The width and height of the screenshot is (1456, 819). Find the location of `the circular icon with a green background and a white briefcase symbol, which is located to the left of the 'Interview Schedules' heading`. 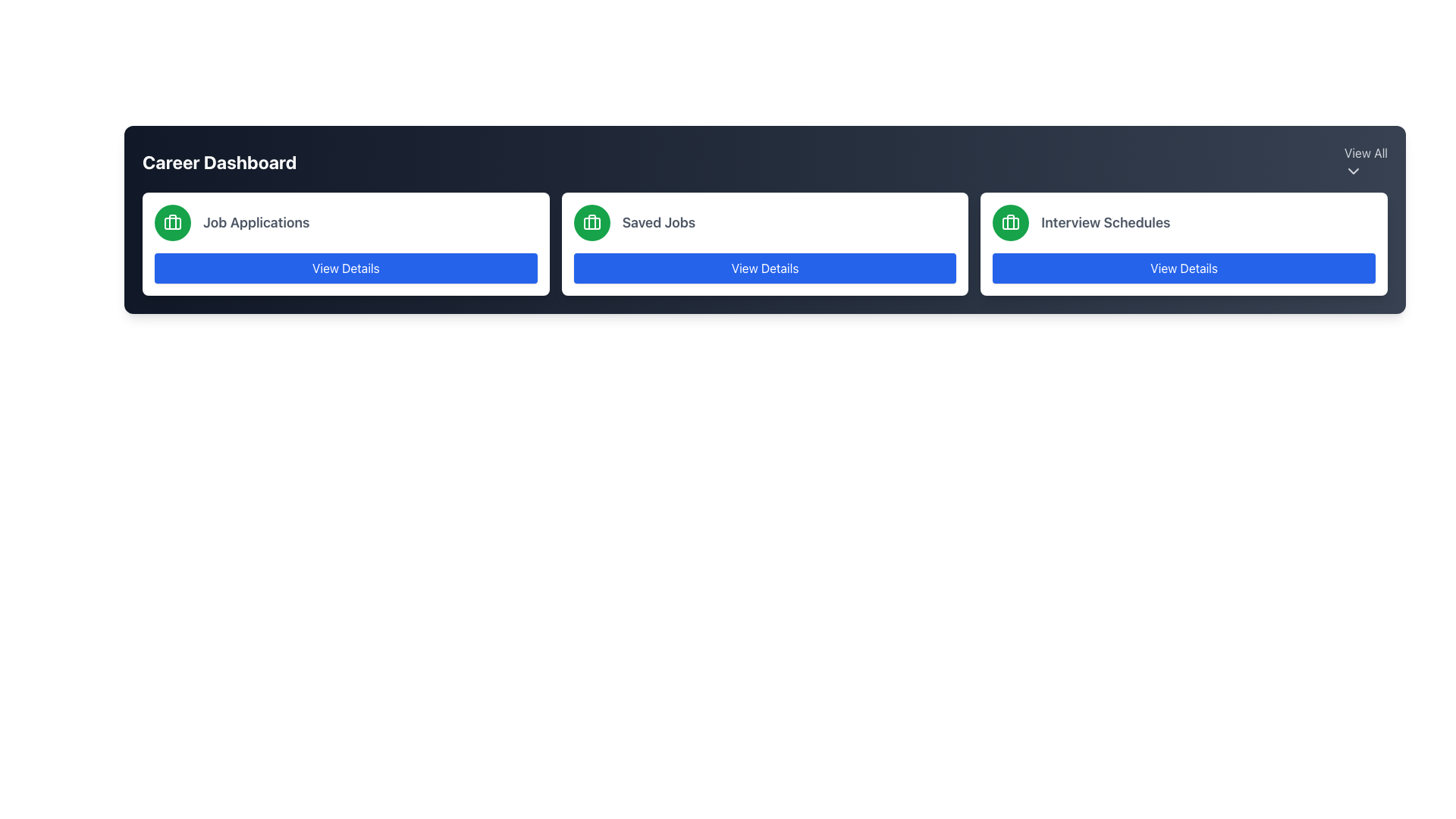

the circular icon with a green background and a white briefcase symbol, which is located to the left of the 'Interview Schedules' heading is located at coordinates (1011, 222).